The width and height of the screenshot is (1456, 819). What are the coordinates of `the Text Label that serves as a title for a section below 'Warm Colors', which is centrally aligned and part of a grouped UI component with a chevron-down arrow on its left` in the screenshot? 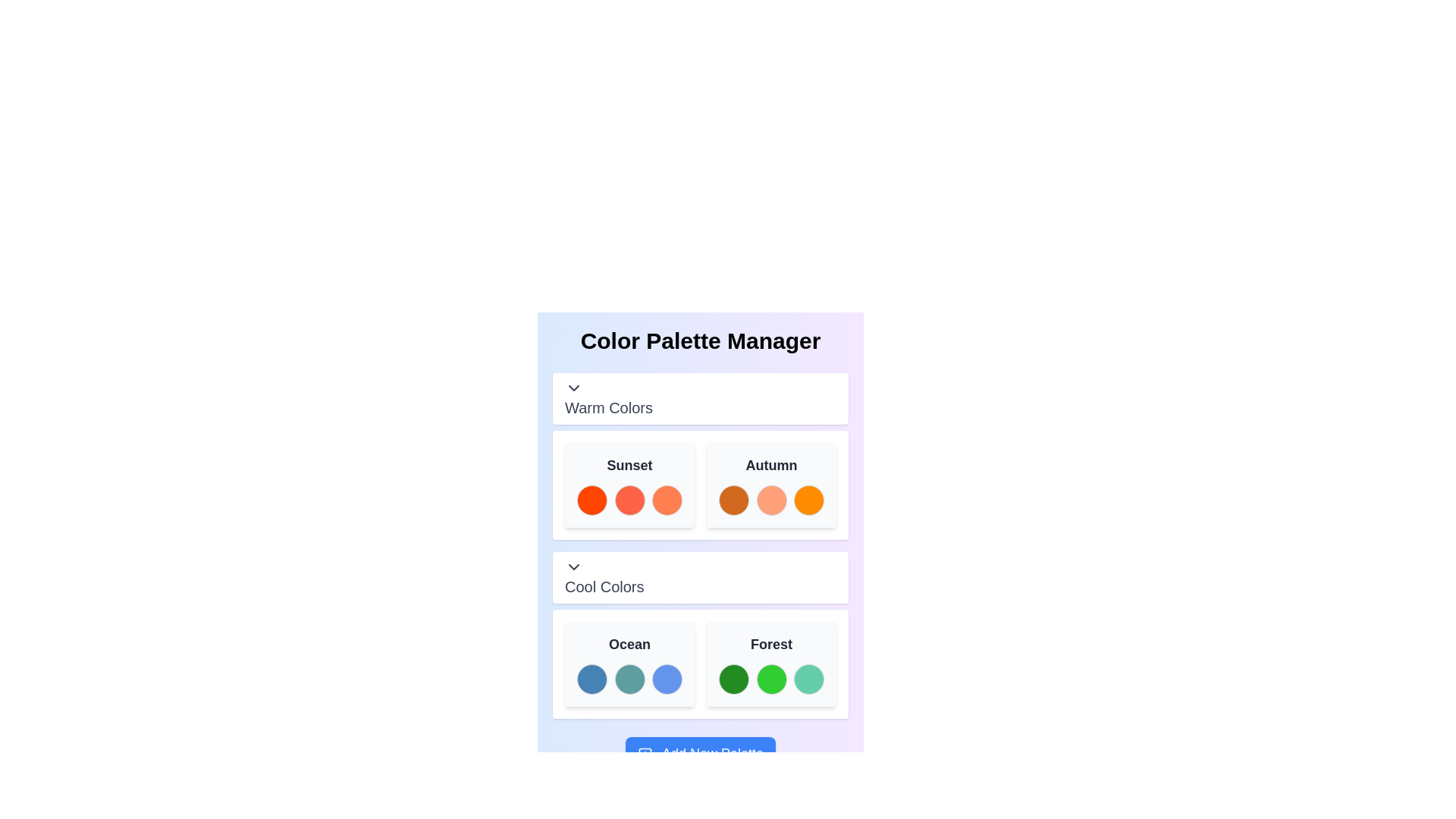 It's located at (604, 578).